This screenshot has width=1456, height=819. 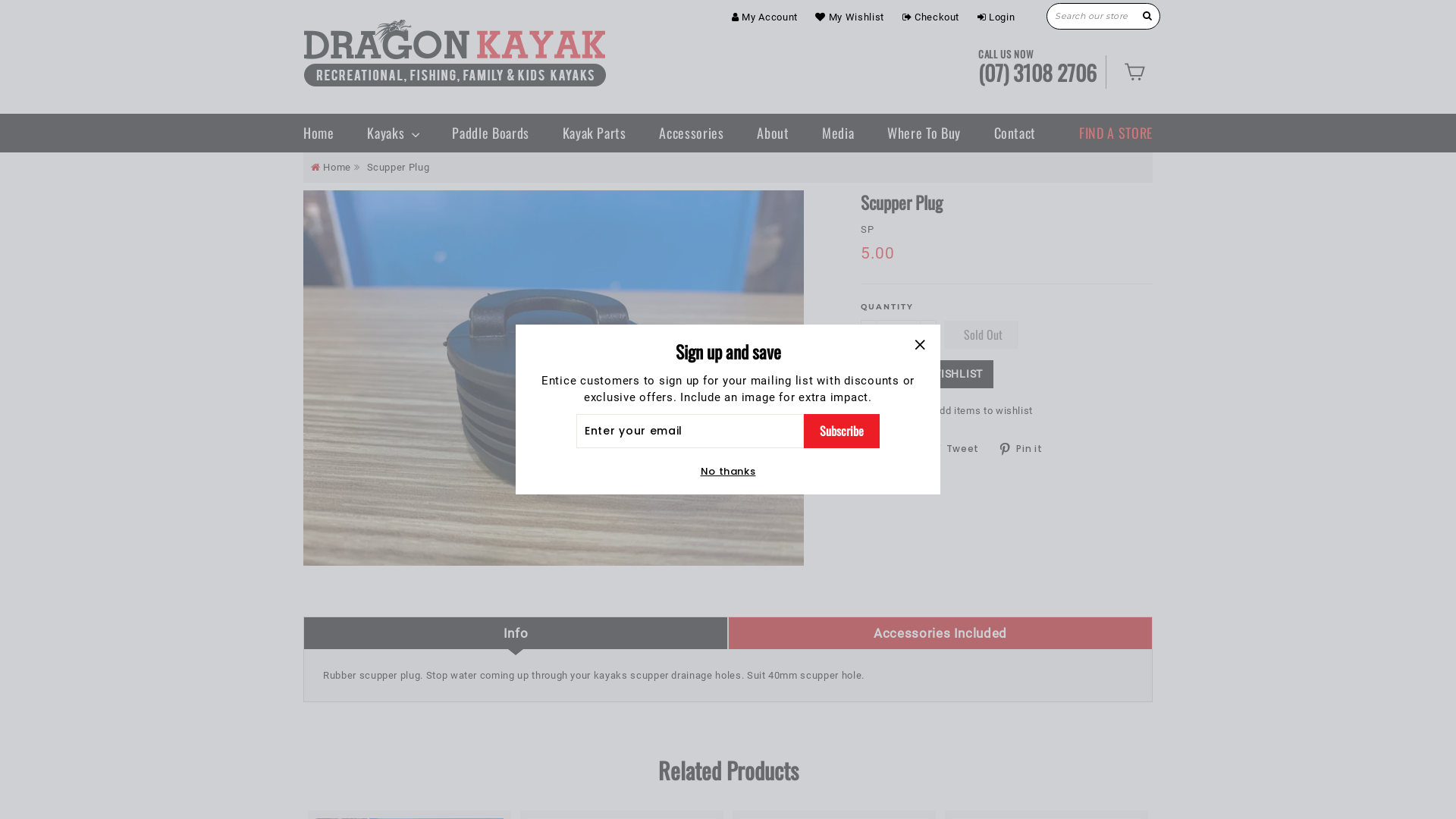 I want to click on 'My Account, so click(x=764, y=17).